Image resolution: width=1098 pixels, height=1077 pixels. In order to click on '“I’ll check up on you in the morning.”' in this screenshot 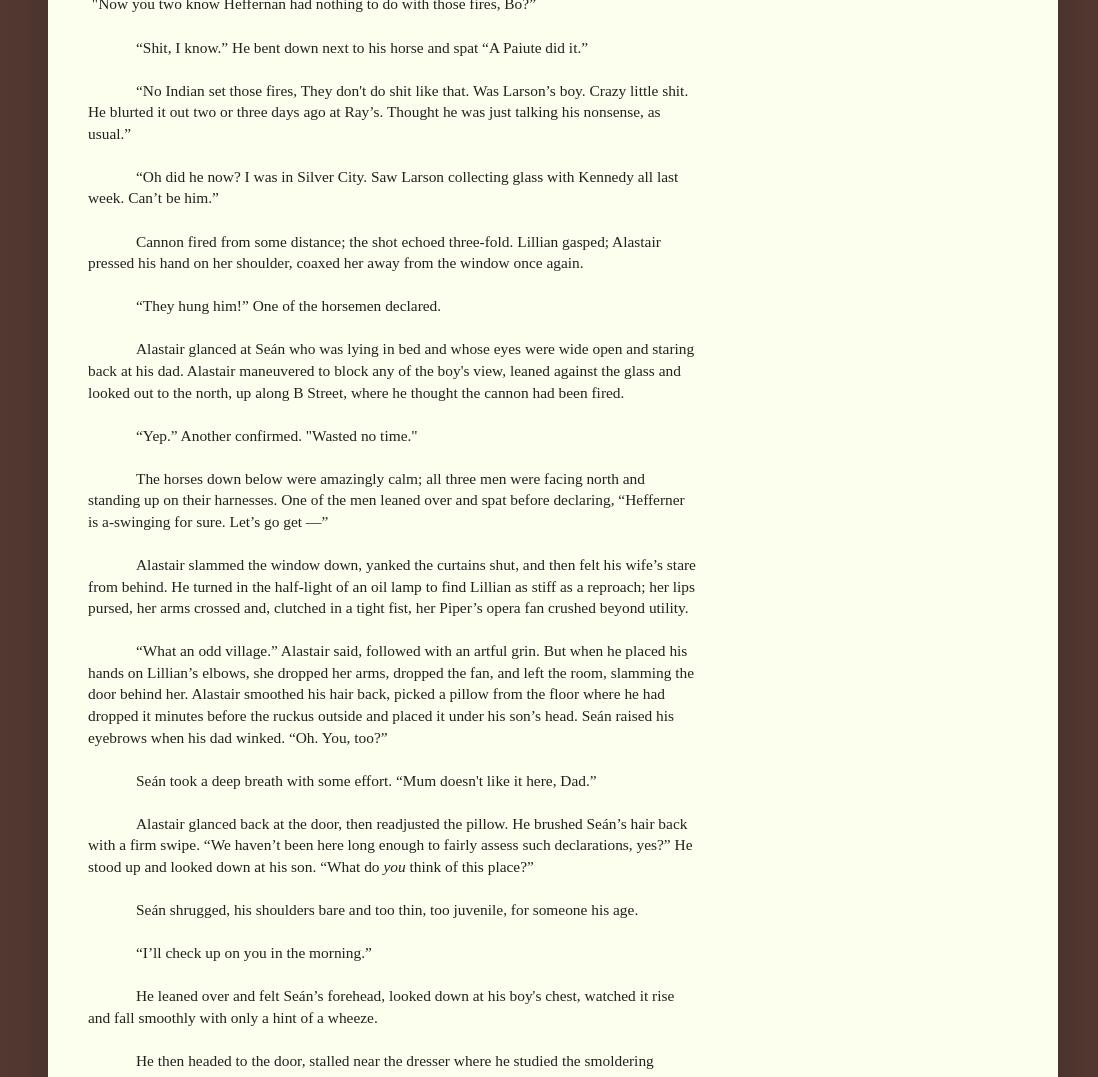, I will do `click(252, 951)`.